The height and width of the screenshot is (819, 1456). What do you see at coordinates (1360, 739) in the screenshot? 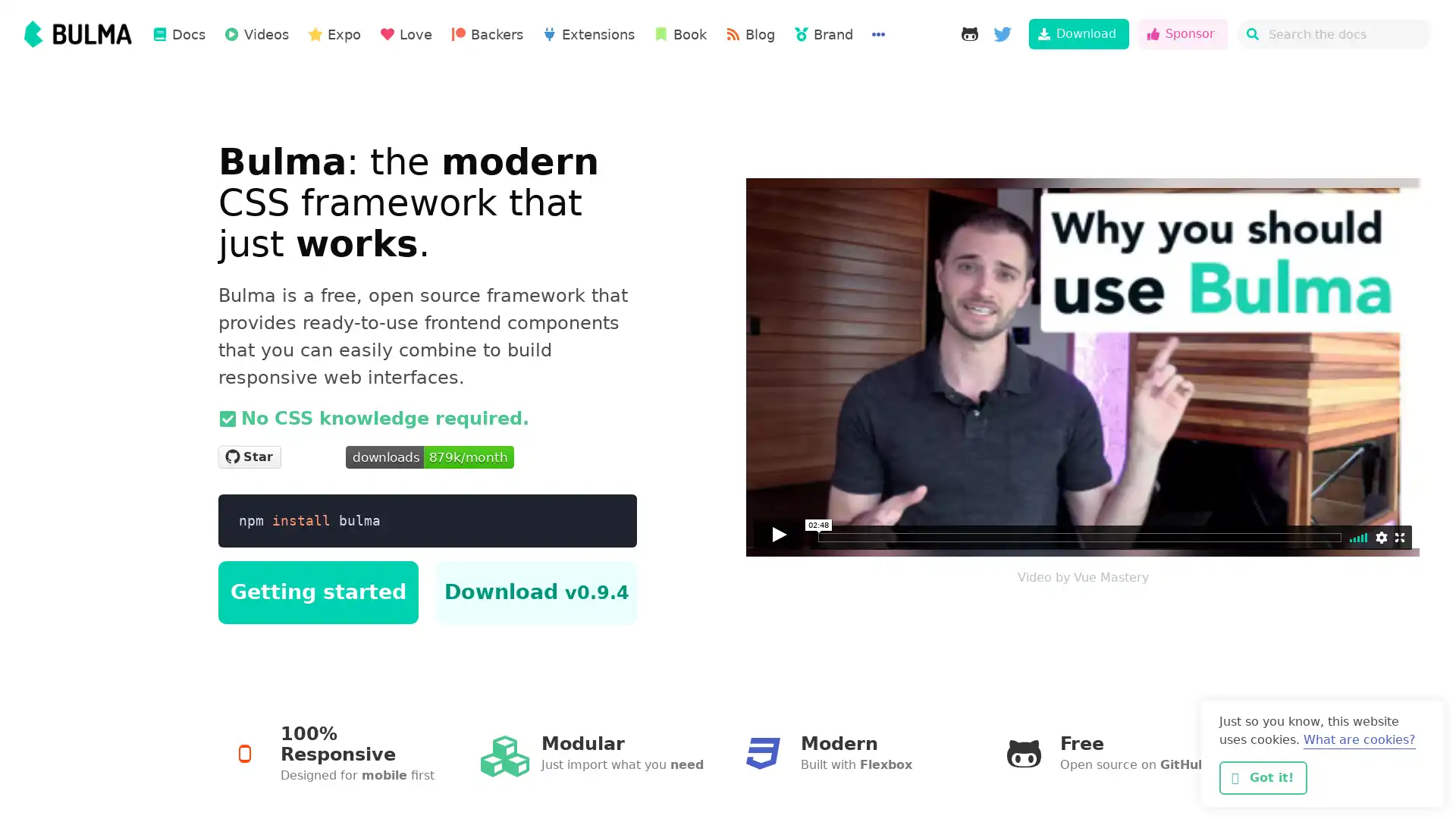
I see `learn more about cookies` at bounding box center [1360, 739].